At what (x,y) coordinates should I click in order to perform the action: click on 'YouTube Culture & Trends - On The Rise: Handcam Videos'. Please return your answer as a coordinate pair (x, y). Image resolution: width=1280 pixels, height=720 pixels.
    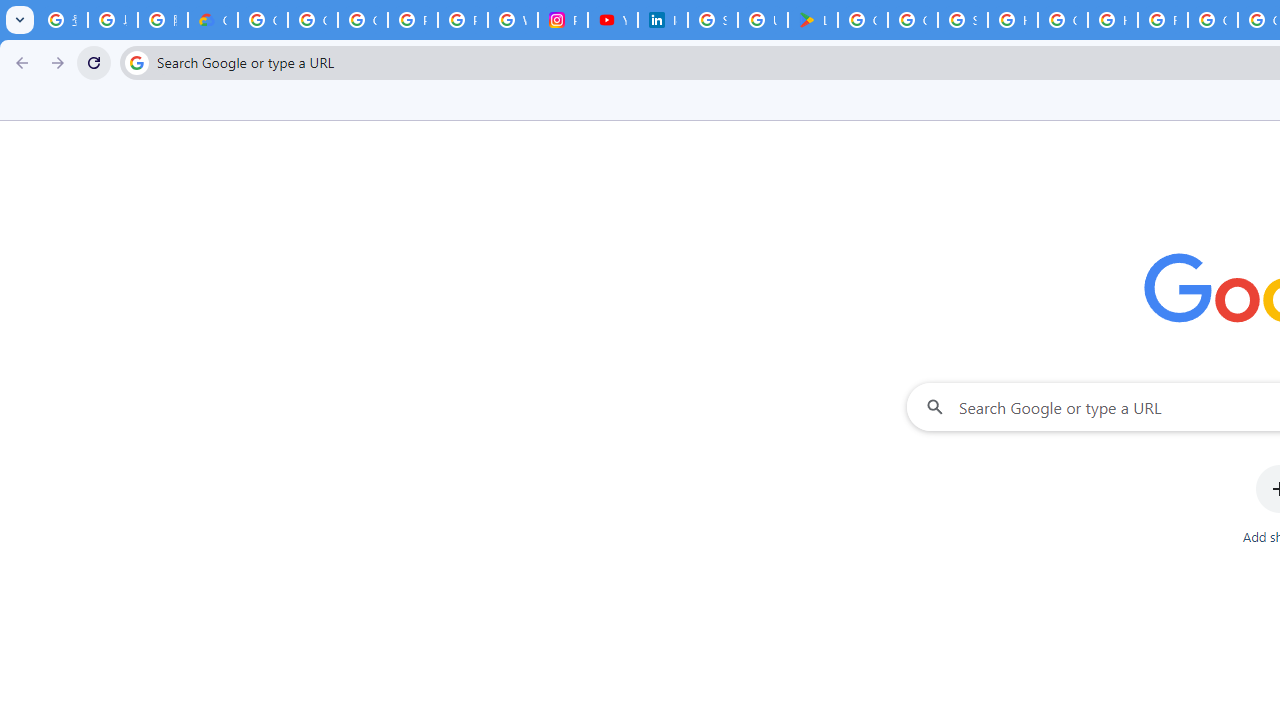
    Looking at the image, I should click on (611, 20).